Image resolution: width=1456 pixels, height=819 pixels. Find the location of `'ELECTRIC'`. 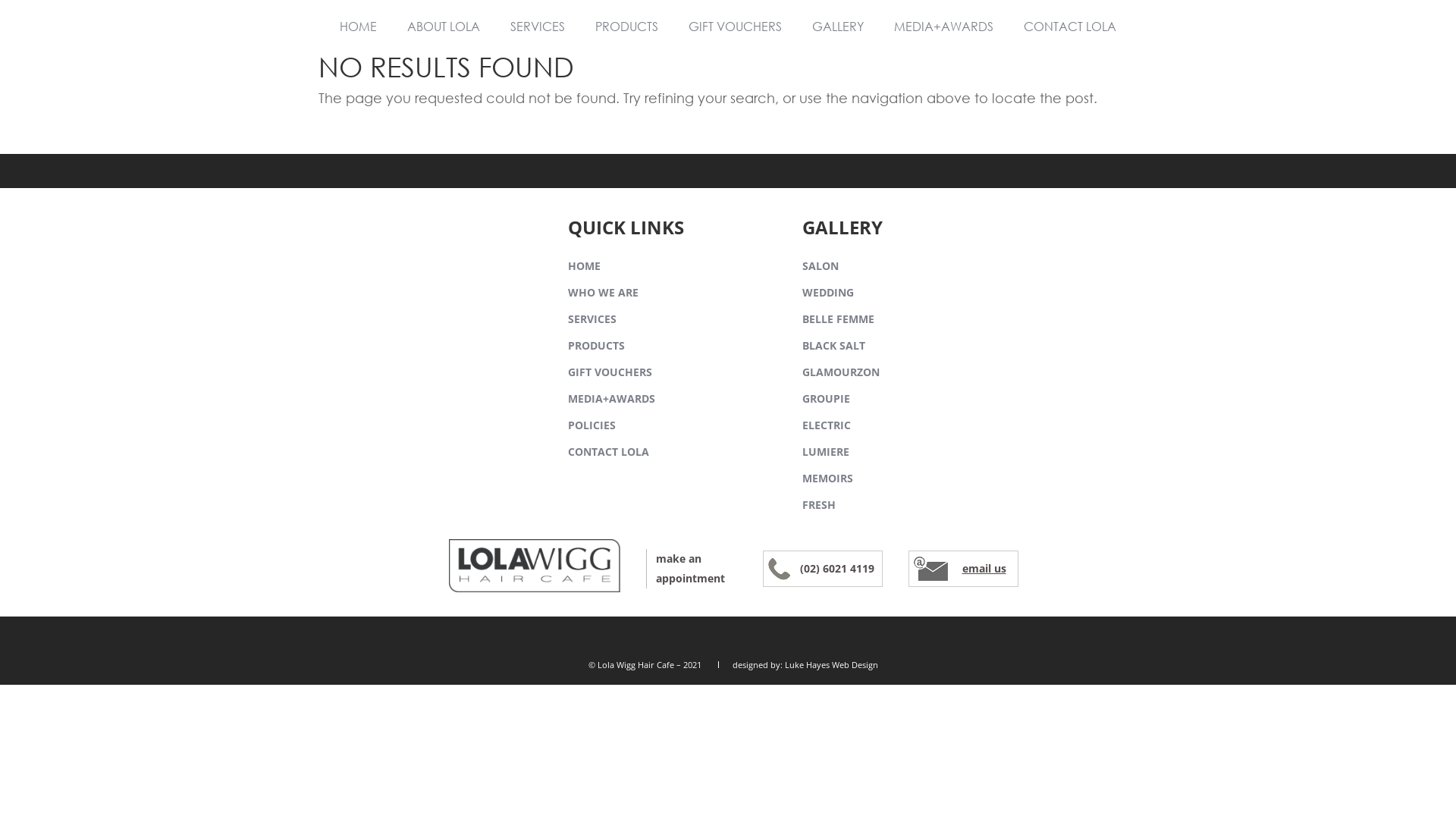

'ELECTRIC' is located at coordinates (825, 426).